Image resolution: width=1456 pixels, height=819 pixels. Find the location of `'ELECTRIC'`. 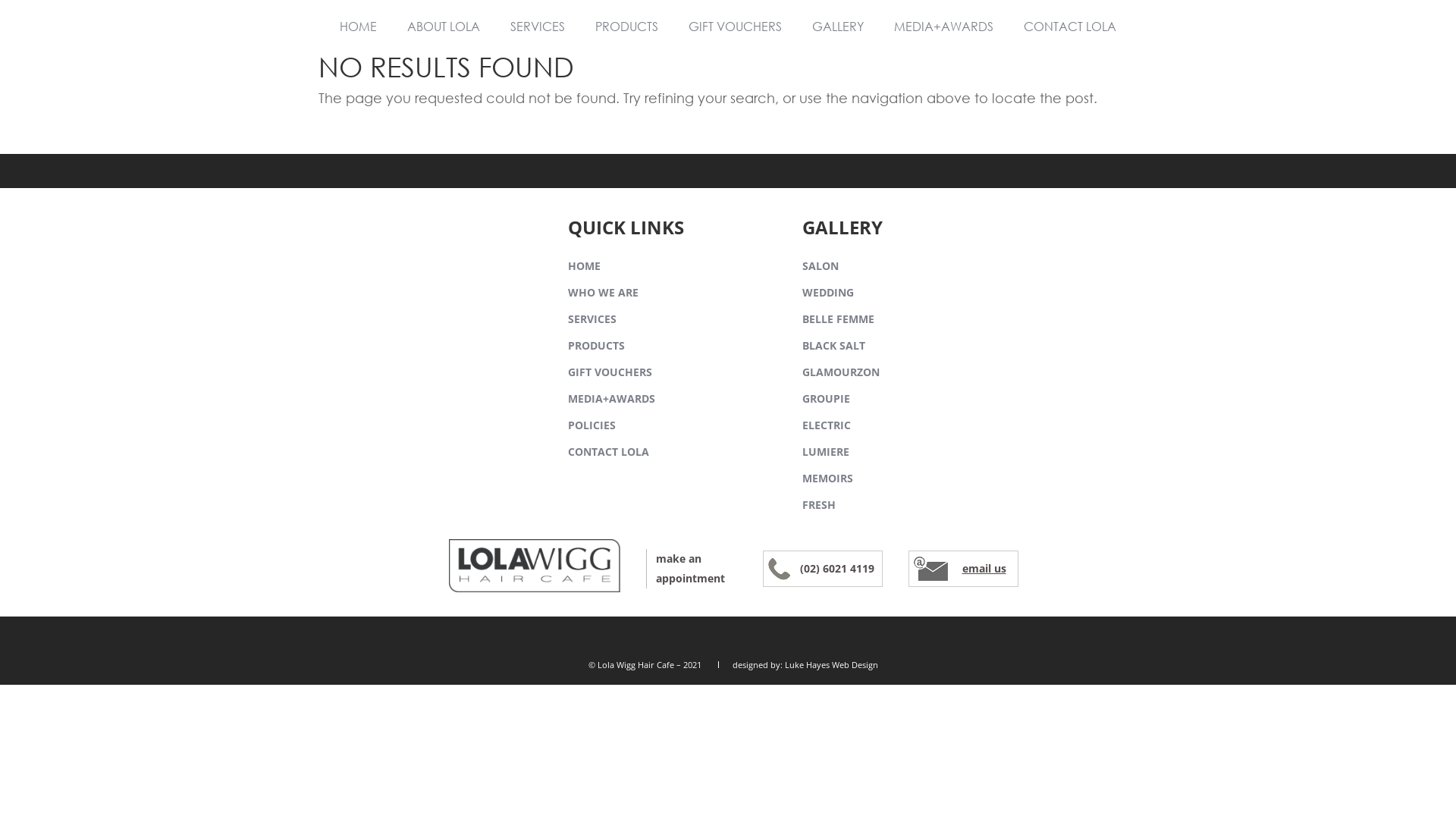

'ELECTRIC' is located at coordinates (825, 426).